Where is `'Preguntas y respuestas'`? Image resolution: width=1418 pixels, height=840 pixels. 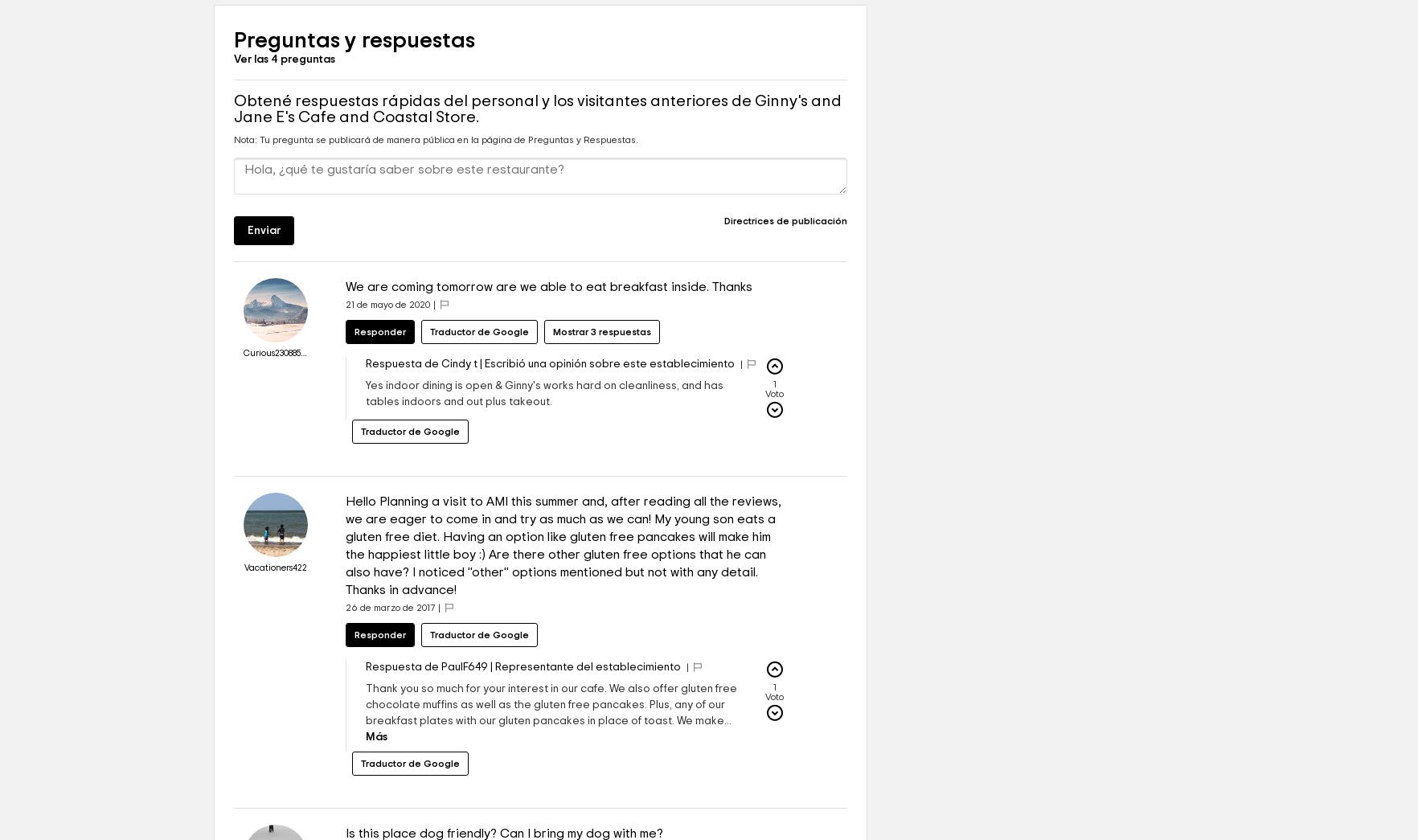
'Preguntas y respuestas' is located at coordinates (354, 88).